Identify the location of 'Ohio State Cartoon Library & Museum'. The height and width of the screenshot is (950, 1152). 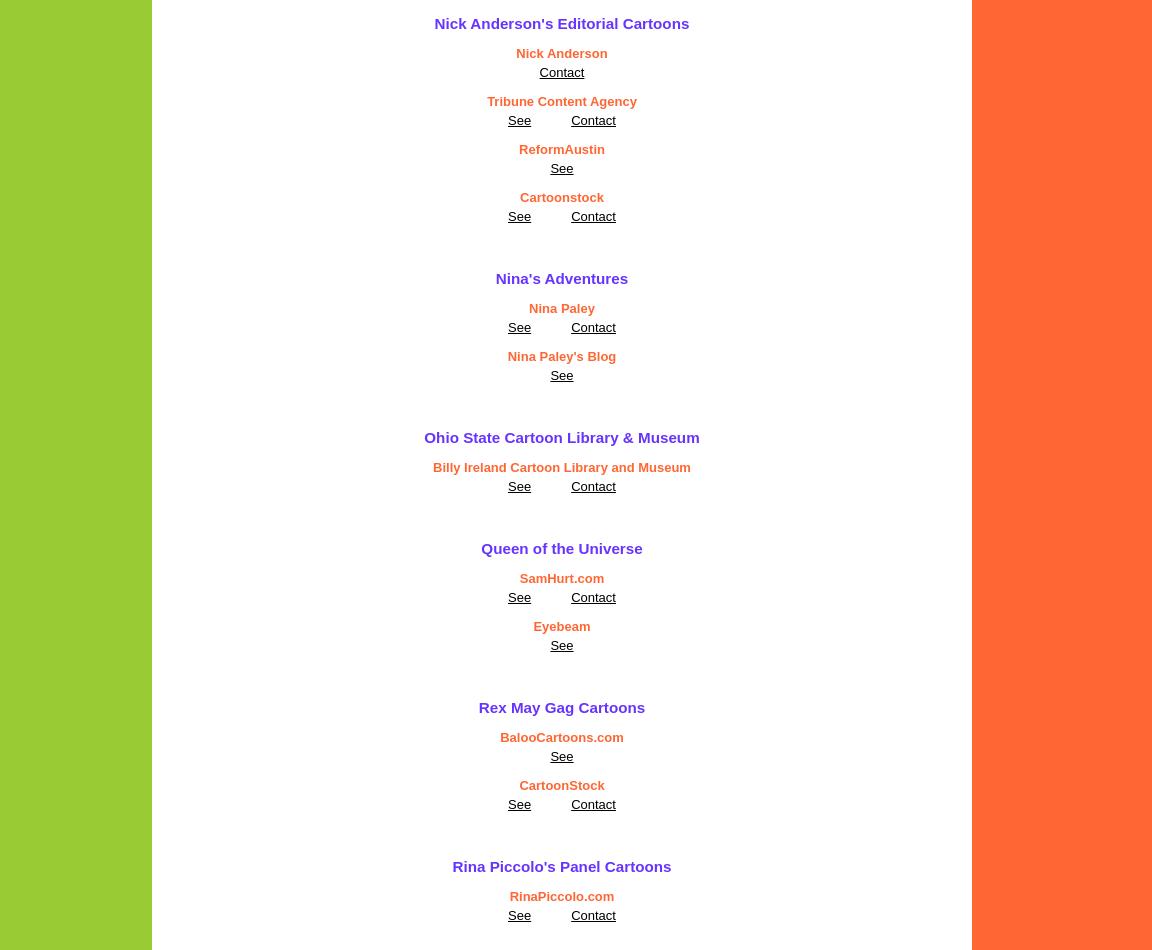
(423, 436).